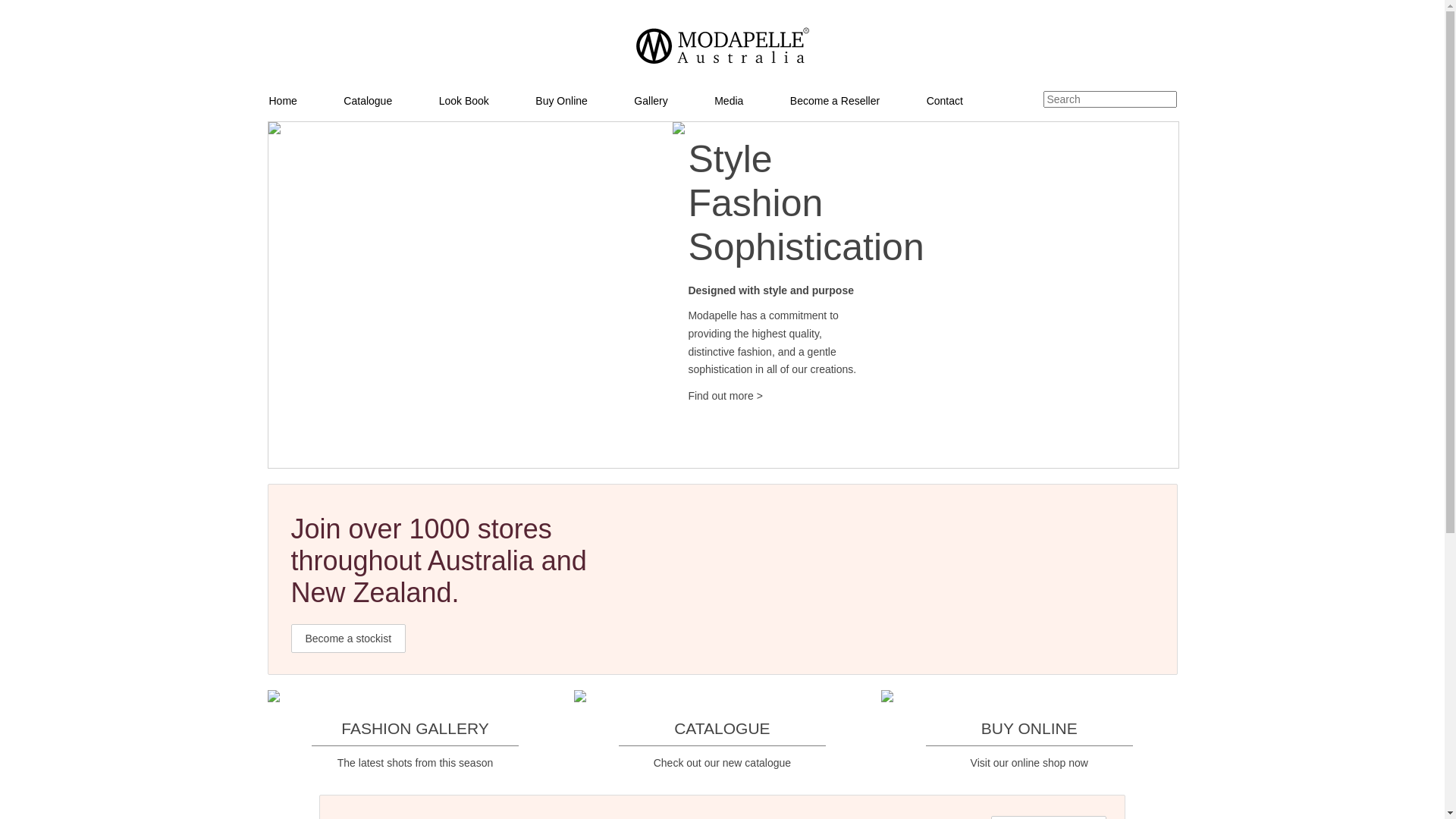 The height and width of the screenshot is (819, 1456). What do you see at coordinates (390, 100) in the screenshot?
I see `'Catalogue'` at bounding box center [390, 100].